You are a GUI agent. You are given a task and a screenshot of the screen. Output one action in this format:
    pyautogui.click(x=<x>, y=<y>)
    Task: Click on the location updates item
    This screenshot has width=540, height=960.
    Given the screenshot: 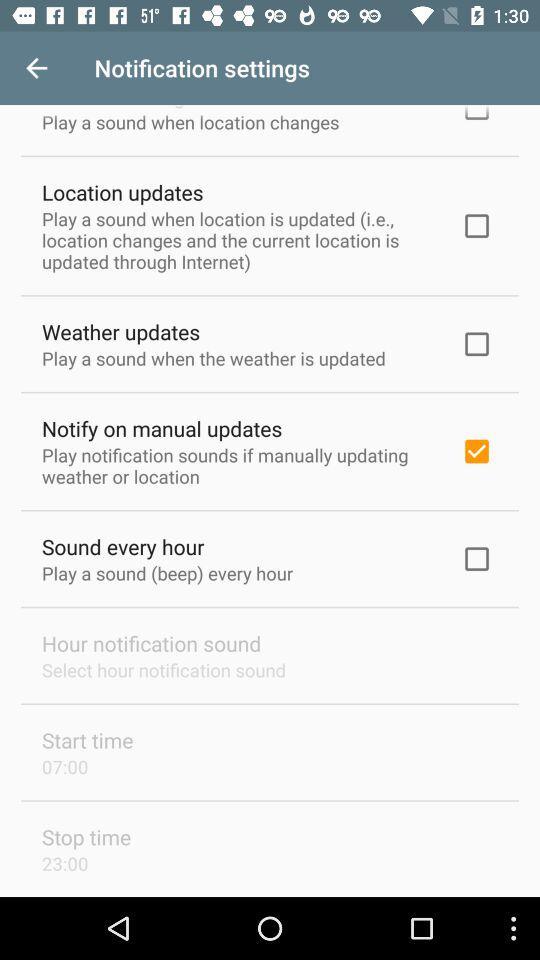 What is the action you would take?
    pyautogui.click(x=122, y=192)
    